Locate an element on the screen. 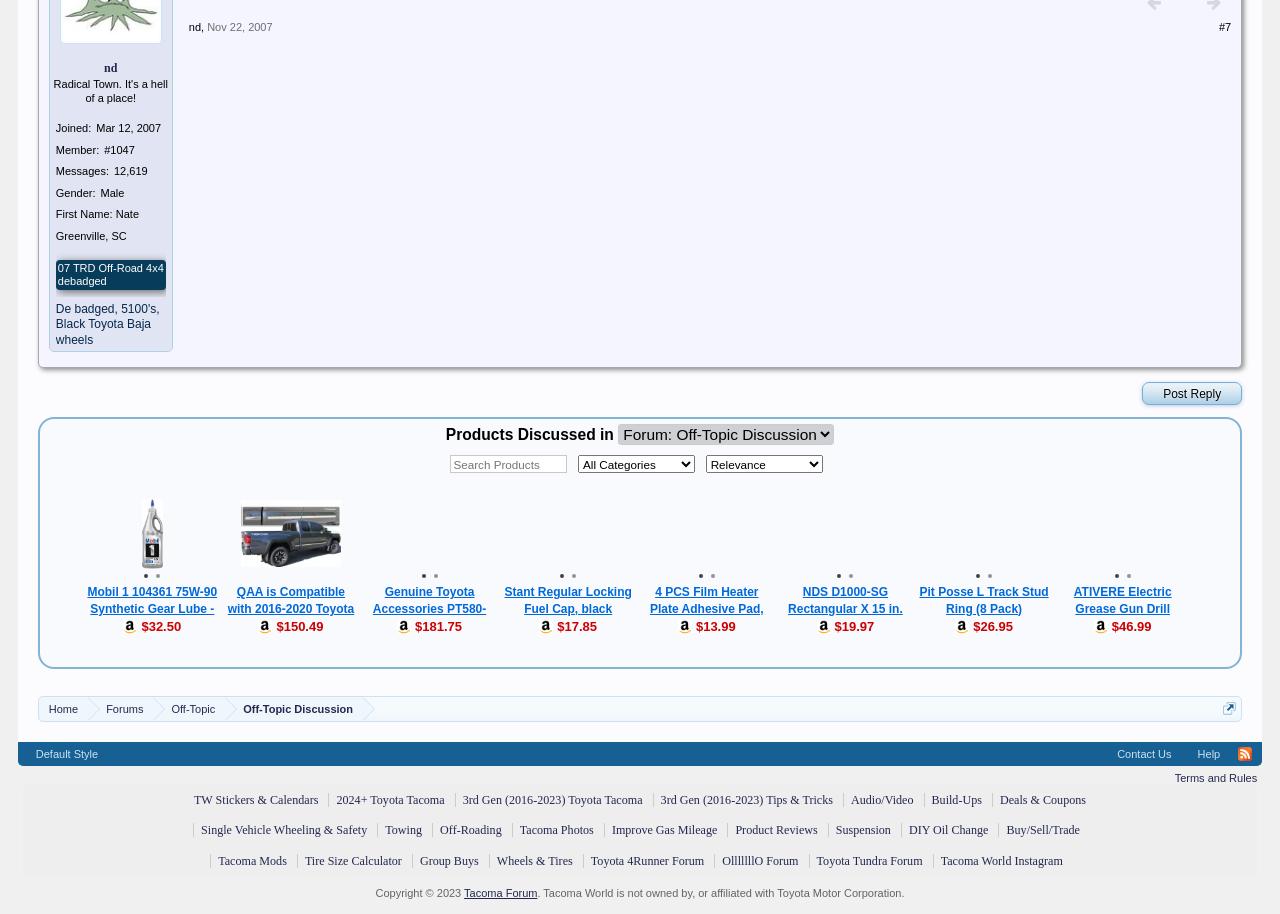 The height and width of the screenshot is (914, 1280). 'Mobil 1 104361 75W-90 Synthetic Gear Lube - 1 Quart (Pack of 2)' is located at coordinates (150, 607).